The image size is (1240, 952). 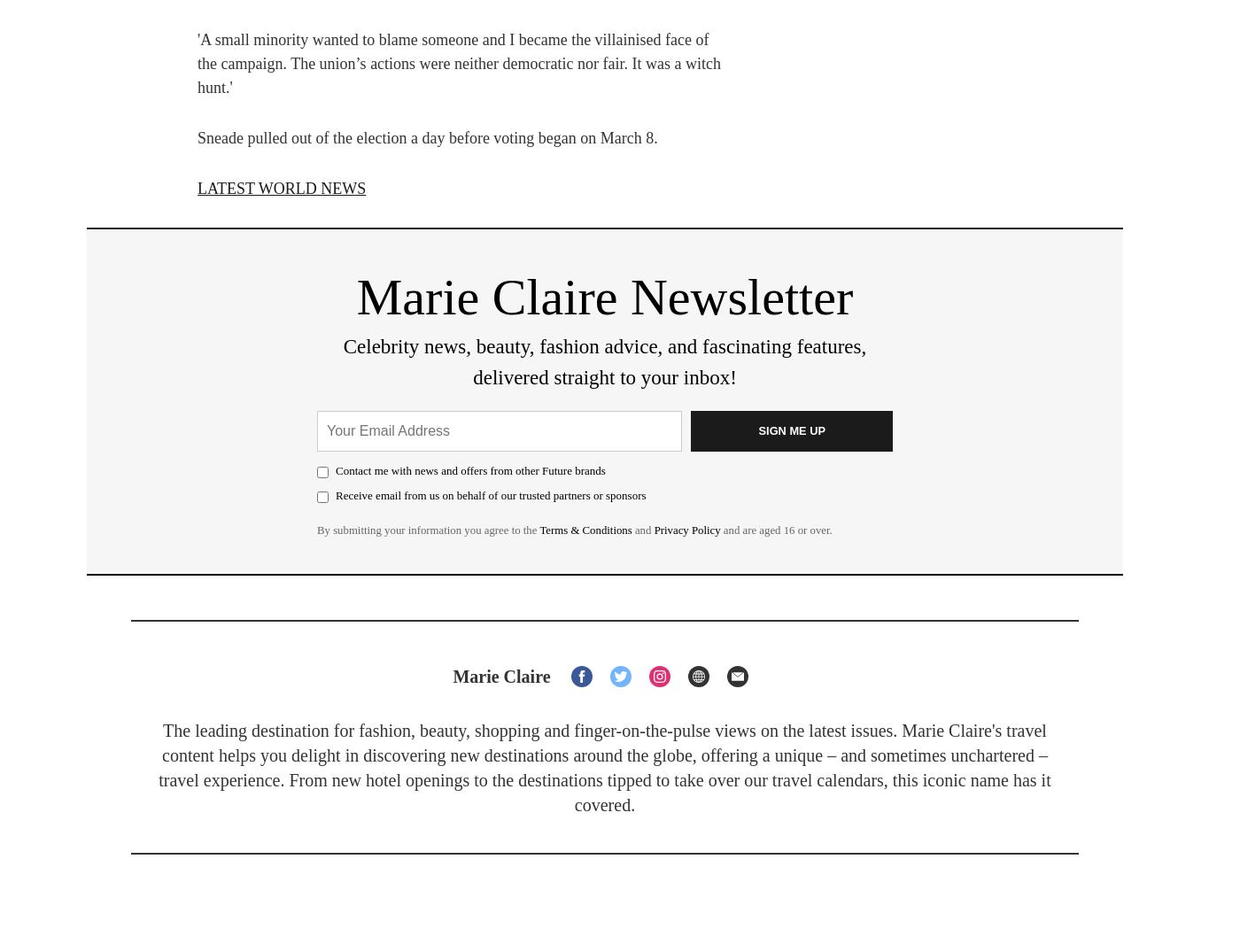 I want to click on 'and', so click(x=642, y=529).